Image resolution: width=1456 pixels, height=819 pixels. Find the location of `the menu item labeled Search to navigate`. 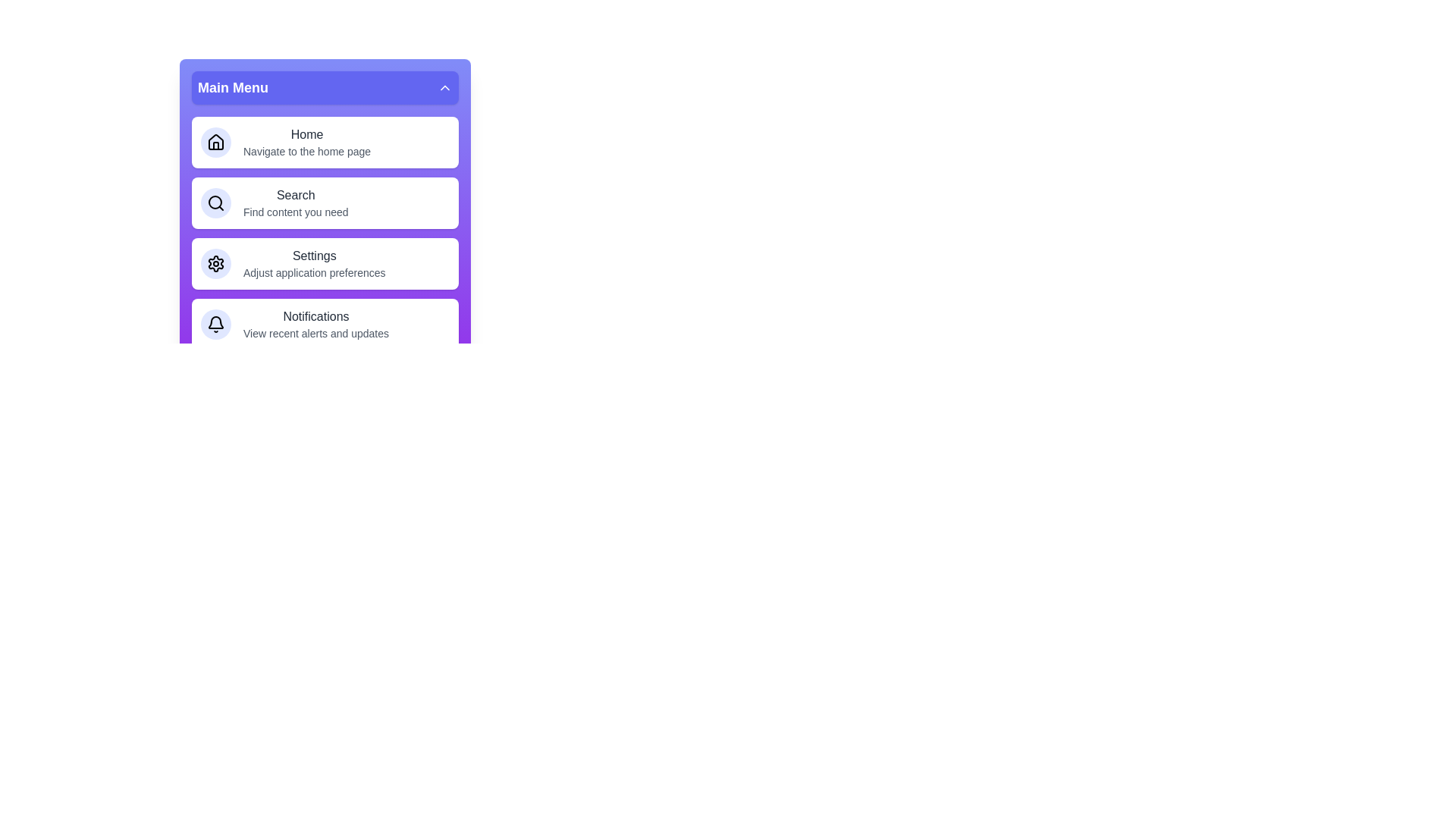

the menu item labeled Search to navigate is located at coordinates (324, 202).